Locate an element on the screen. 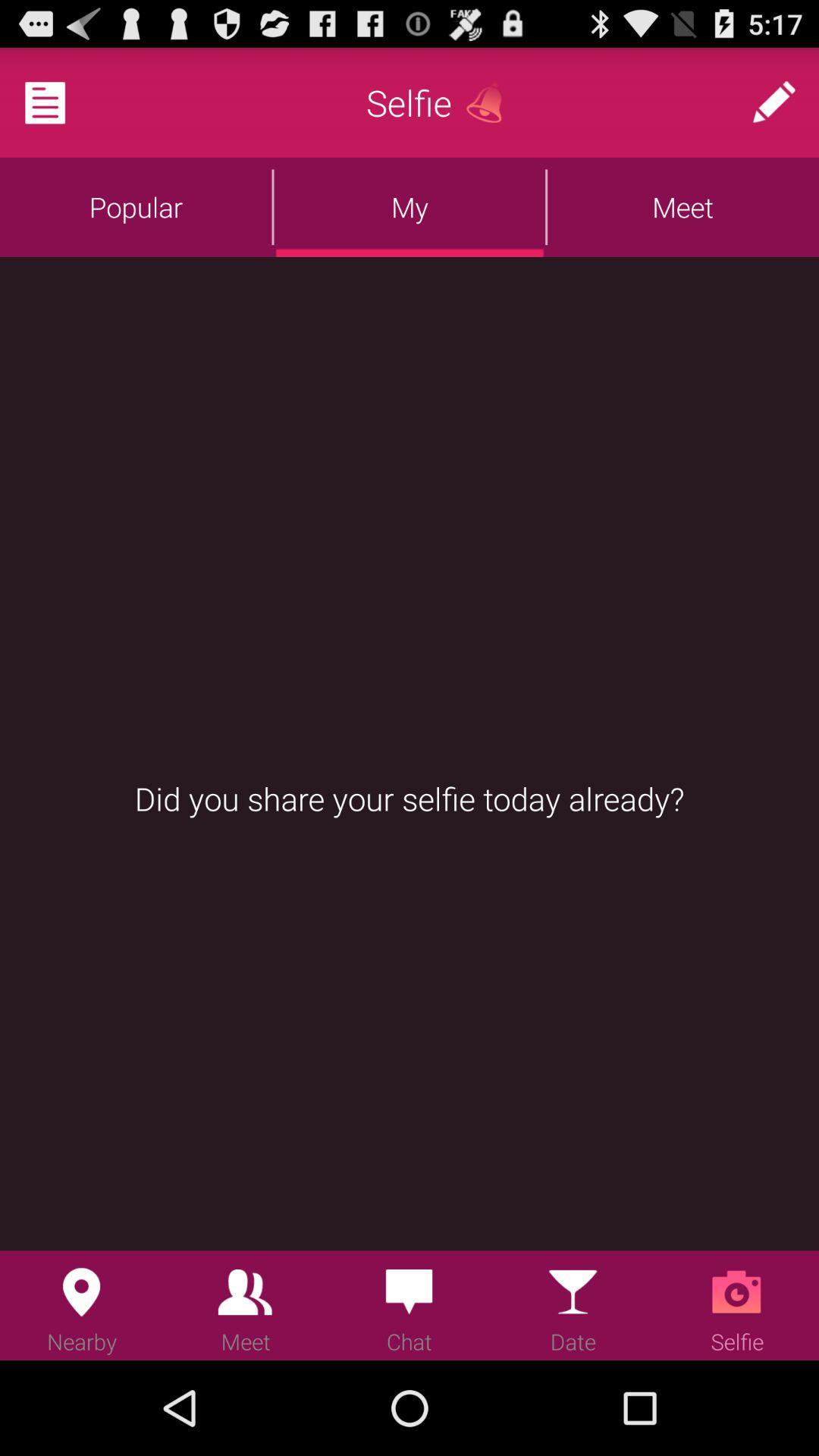 Image resolution: width=819 pixels, height=1456 pixels. the edit icon is located at coordinates (773, 108).